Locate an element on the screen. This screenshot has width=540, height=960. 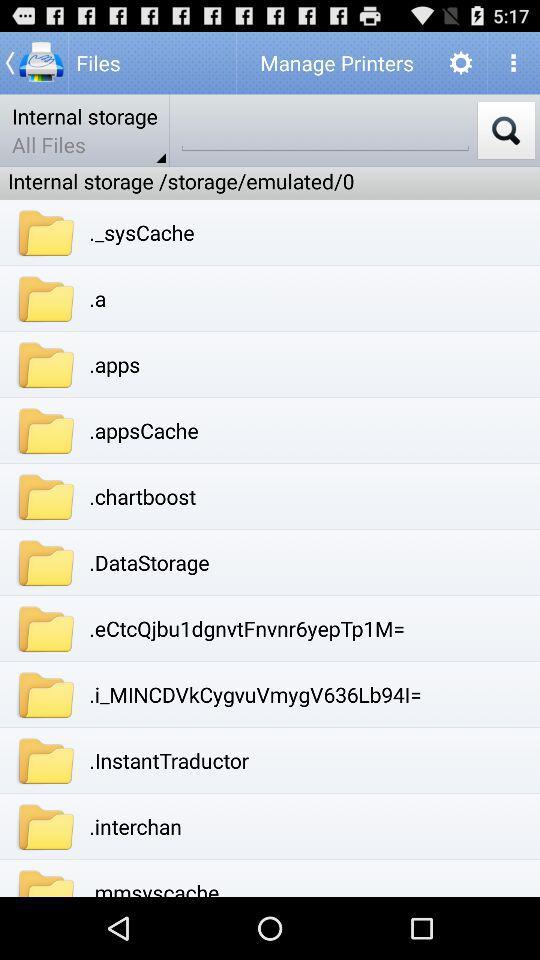
search files is located at coordinates (325, 129).